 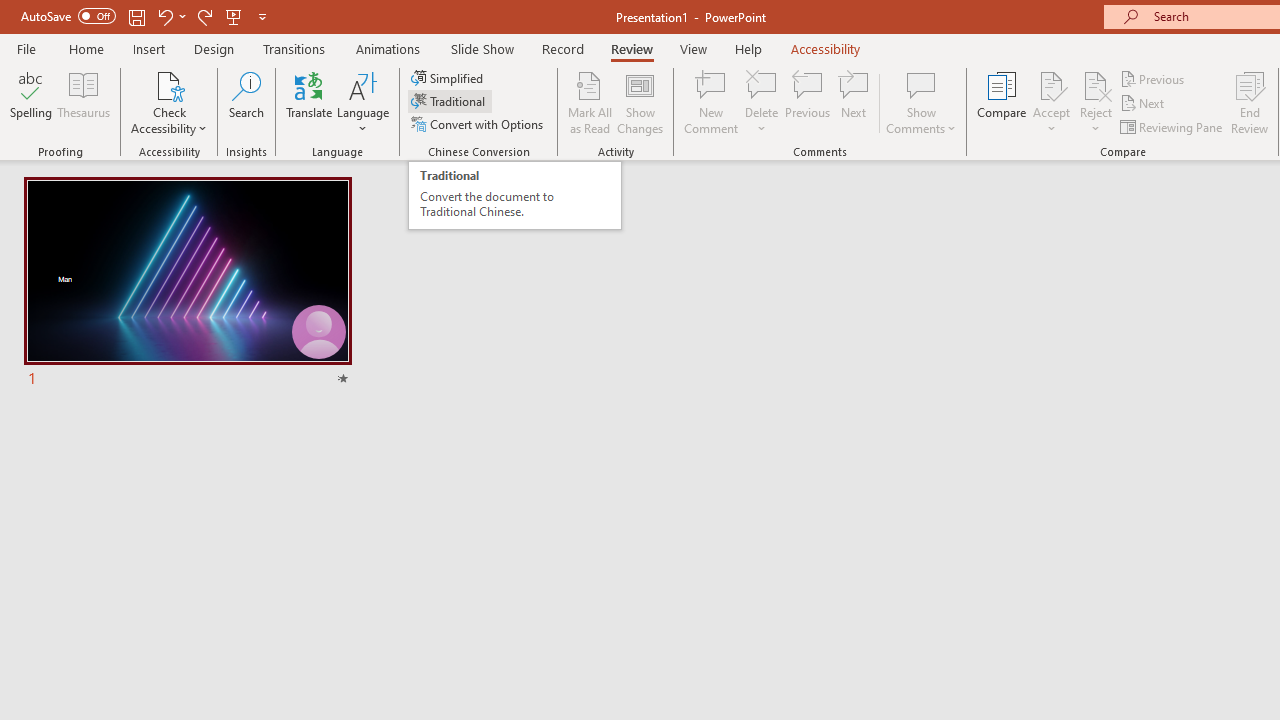 I want to click on 'Translate', so click(x=308, y=103).